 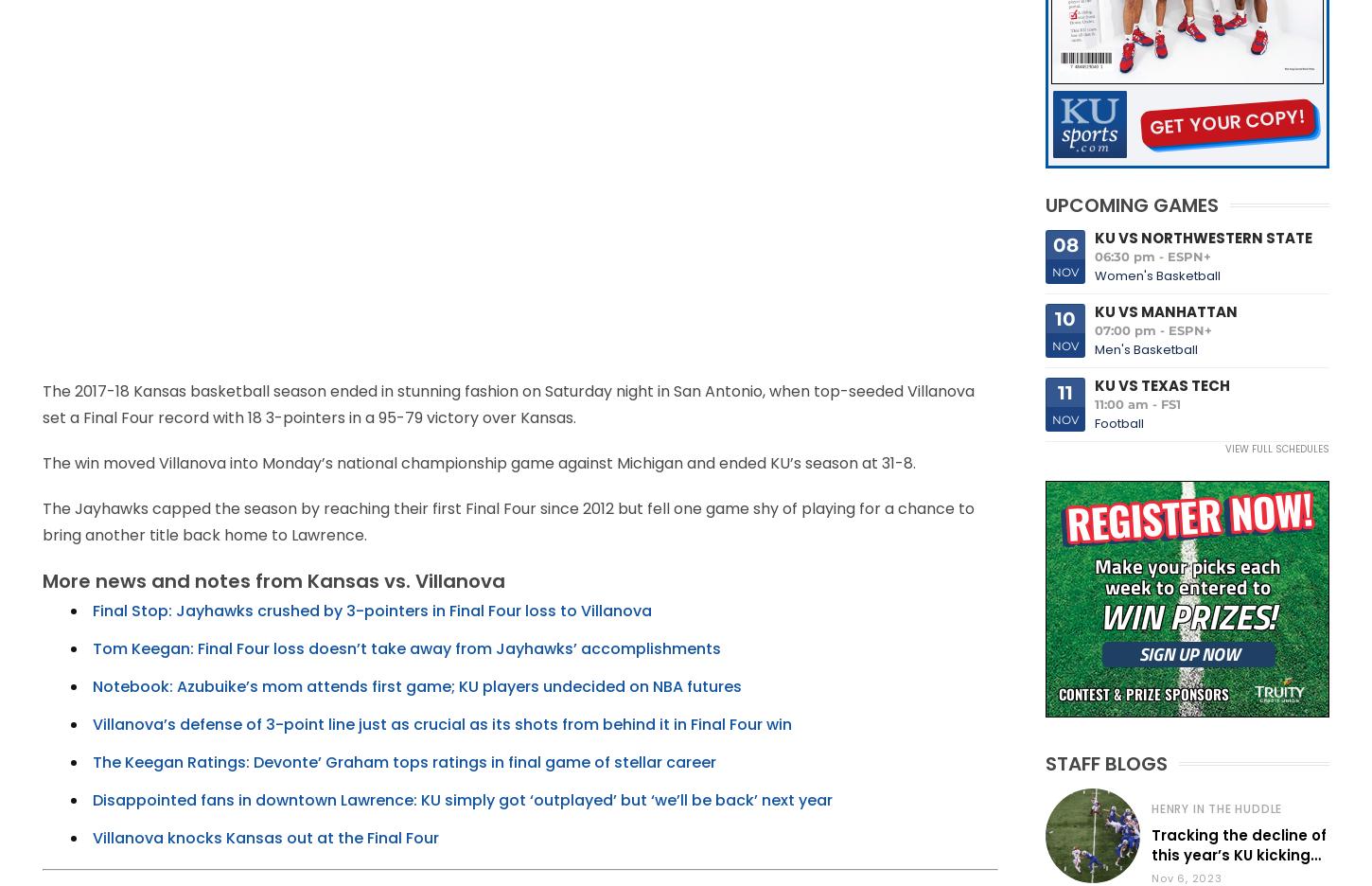 I want to click on 'Notebook: Azubuike’s mom attends first game; KU players undecided on NBA futures', so click(x=415, y=685).